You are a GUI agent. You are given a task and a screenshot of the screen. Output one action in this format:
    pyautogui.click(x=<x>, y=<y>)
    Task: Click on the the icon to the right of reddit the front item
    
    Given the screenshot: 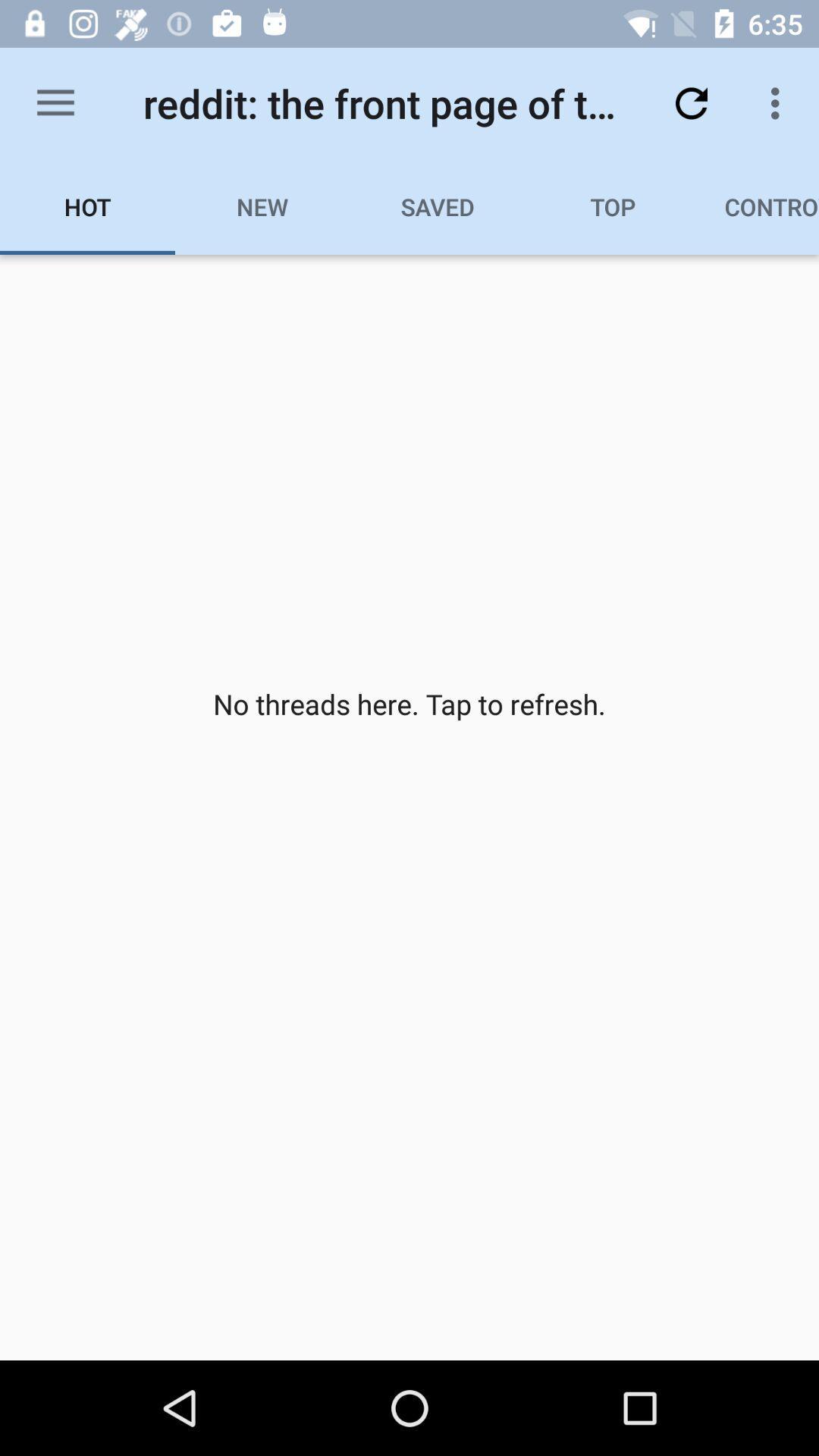 What is the action you would take?
    pyautogui.click(x=691, y=102)
    